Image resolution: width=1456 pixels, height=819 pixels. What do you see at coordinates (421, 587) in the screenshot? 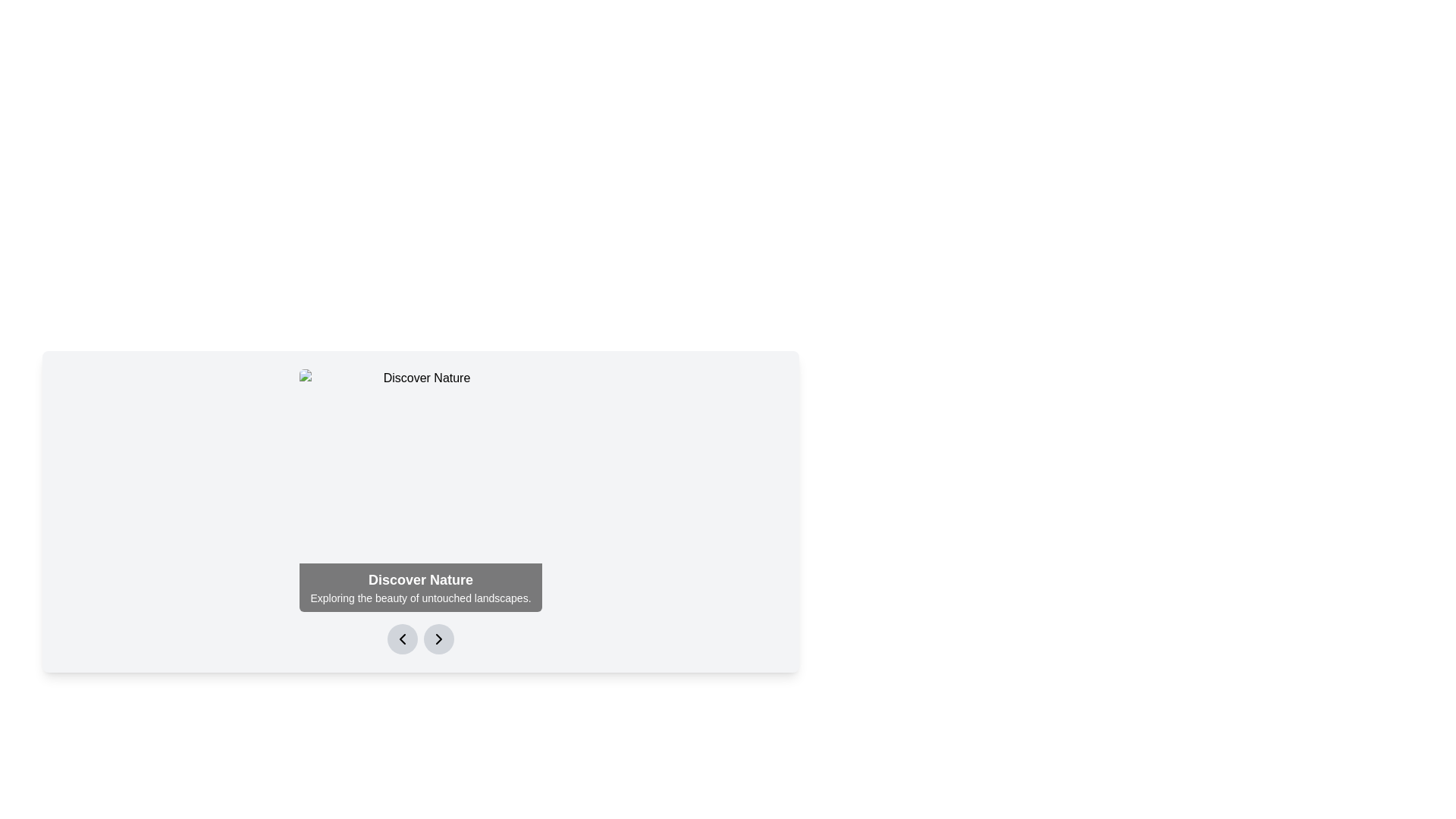
I see `text displayed on the dark background banner at the bottom of the main content area, which includes 'Discover Nature' and 'Exploring the beauty of untouched landscapes.'` at bounding box center [421, 587].